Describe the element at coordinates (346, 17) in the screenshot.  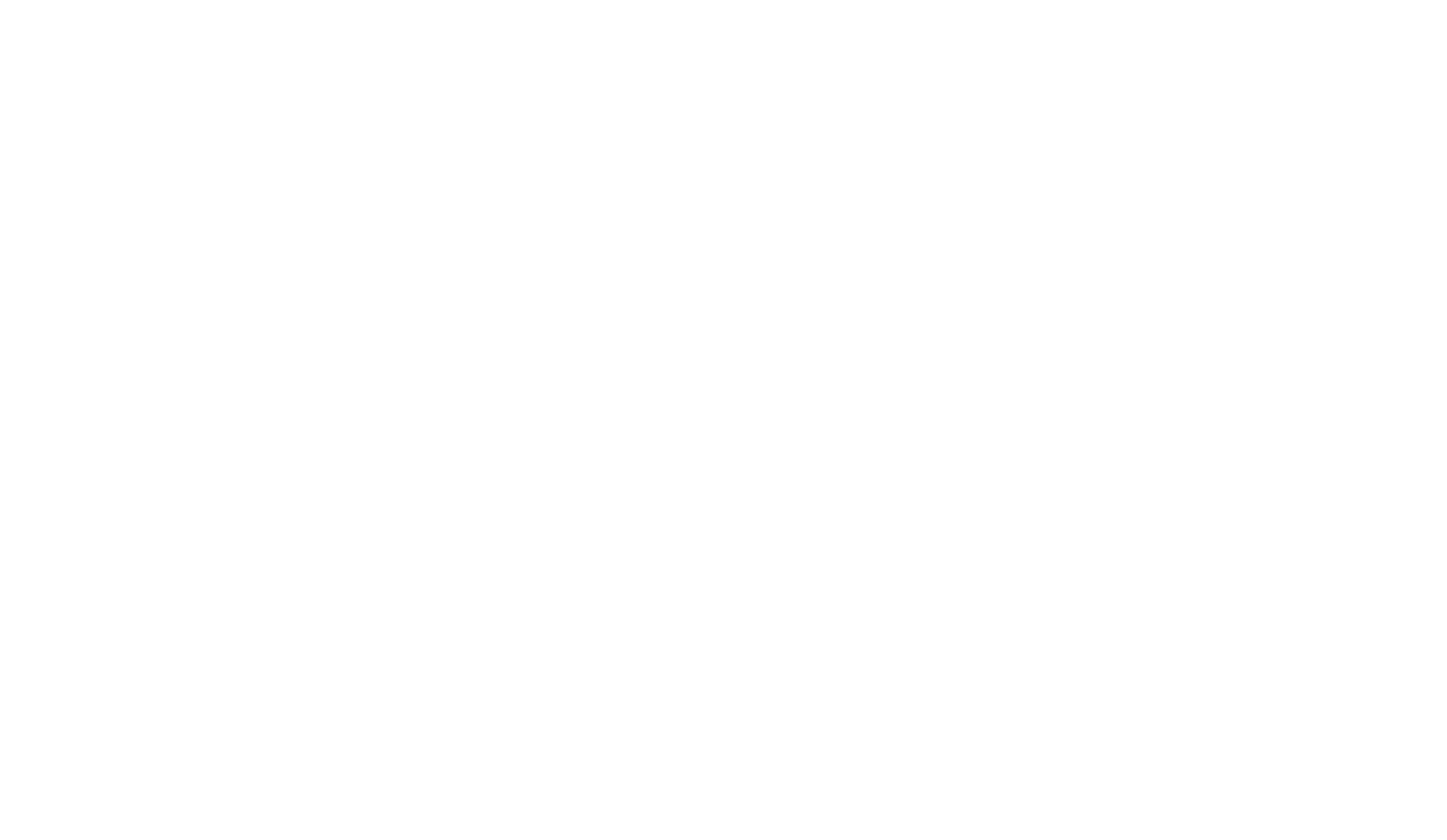
I see `'Donji Lapac'` at that location.